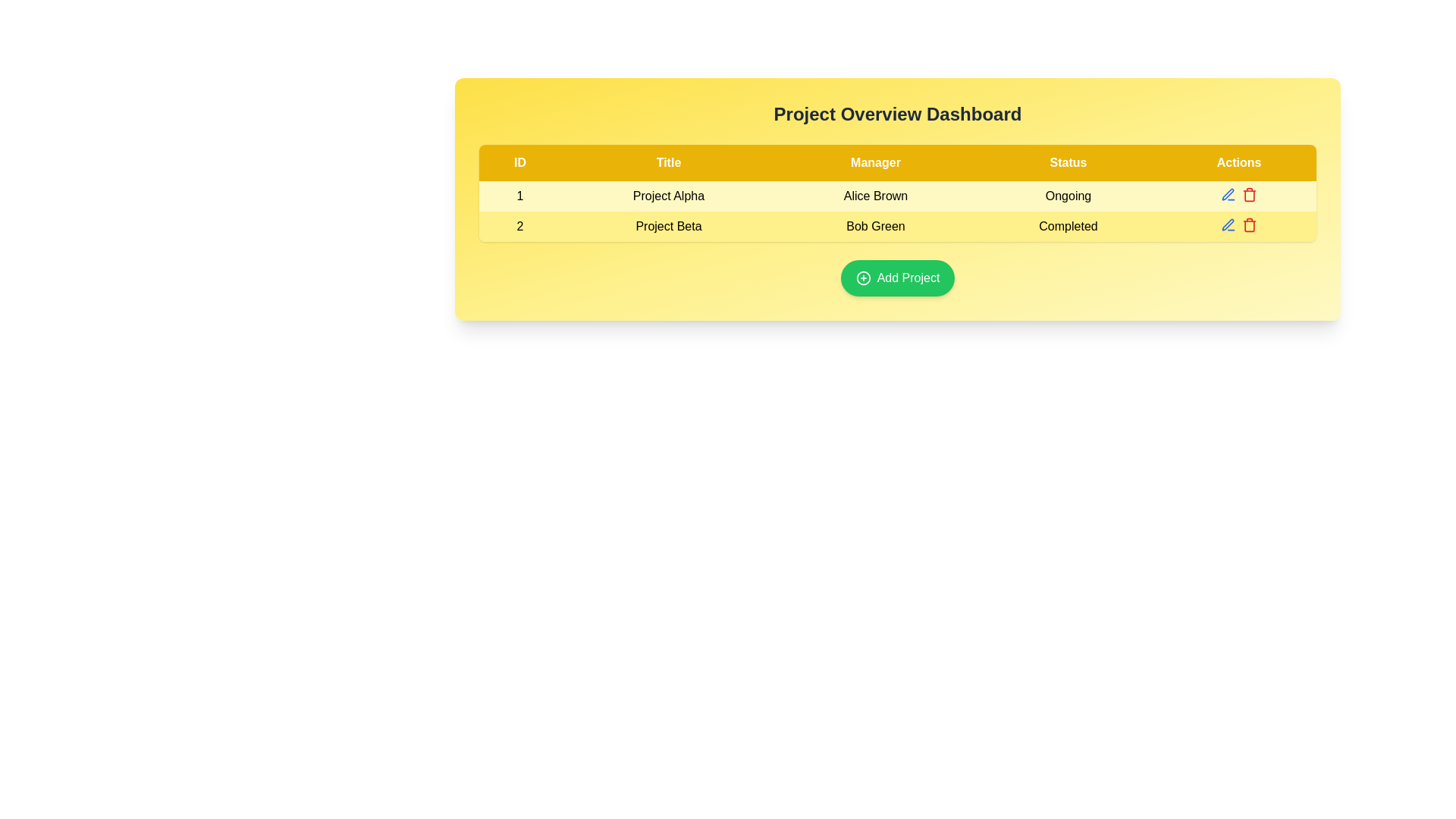 This screenshot has width=1456, height=819. I want to click on the 'Add New Project' button located centrally below the table with headers 'ID', 'Title', 'Manager', 'Status', and 'Actions', so click(898, 278).